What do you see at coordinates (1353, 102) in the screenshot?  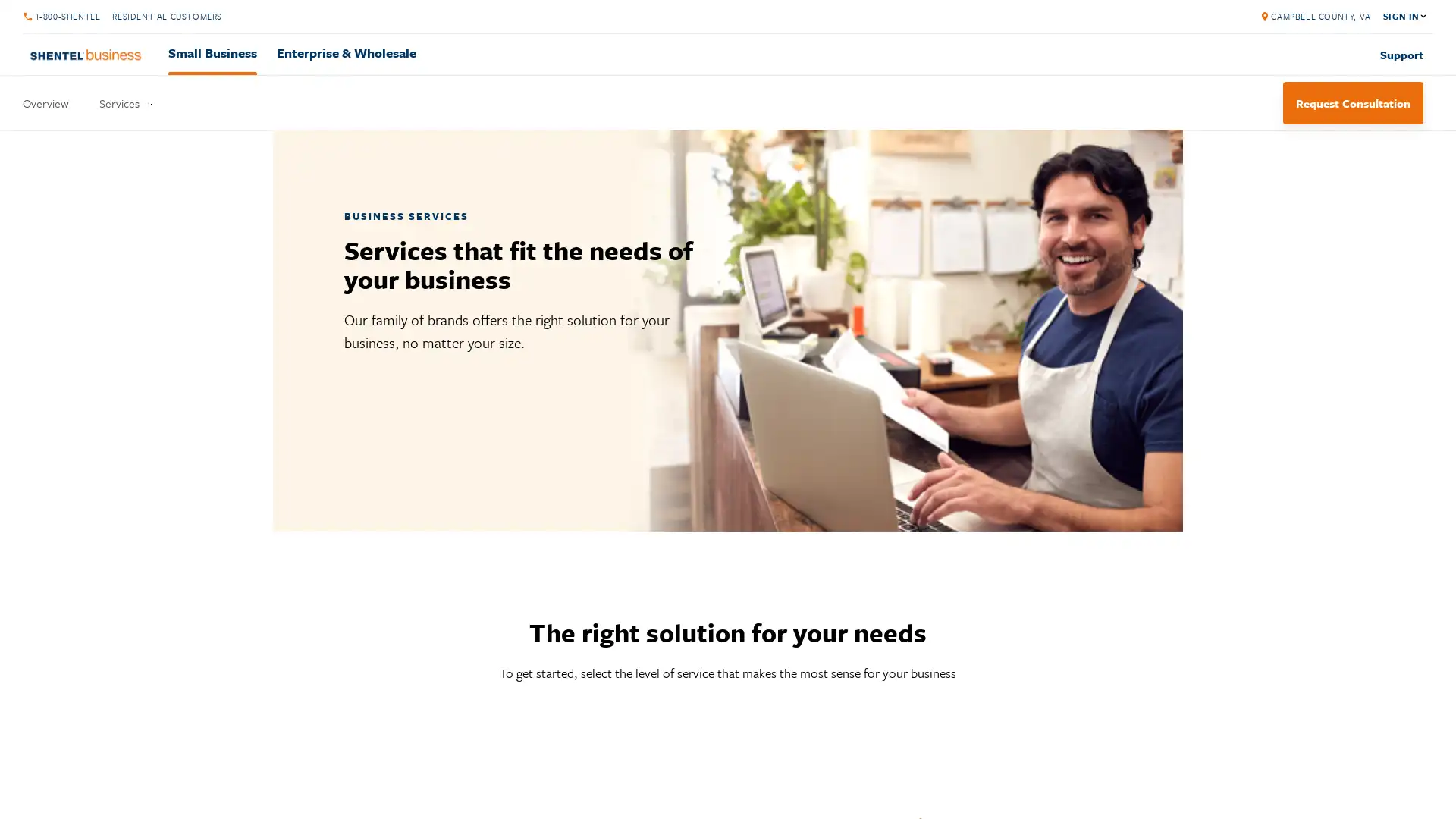 I see `Request Consultation` at bounding box center [1353, 102].